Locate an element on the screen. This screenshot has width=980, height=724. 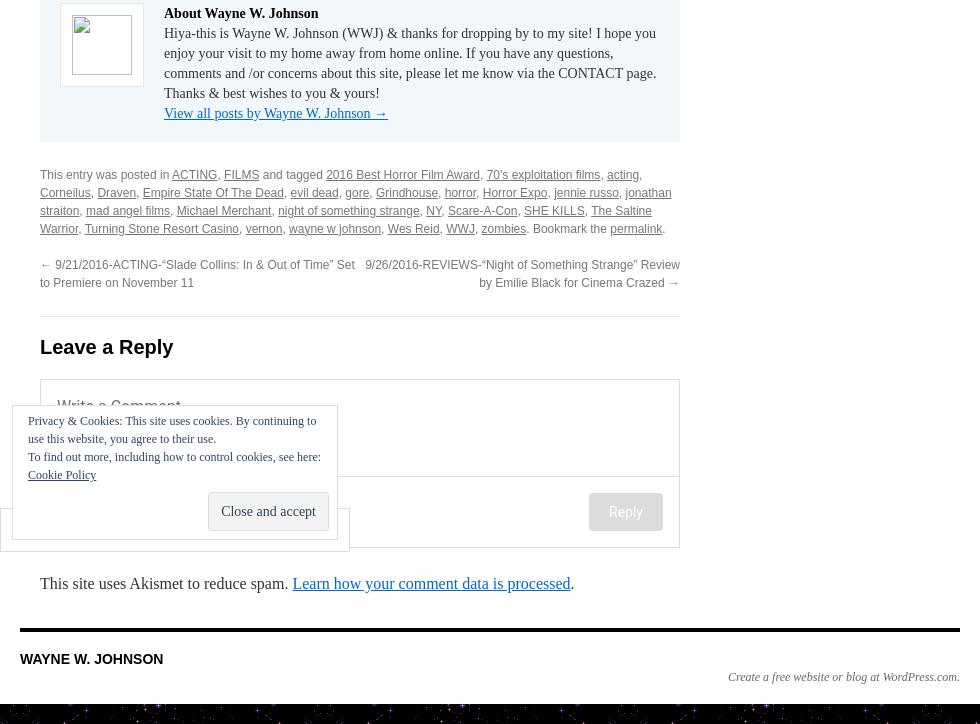
'This site uses Akismet to reduce spam.' is located at coordinates (166, 582).